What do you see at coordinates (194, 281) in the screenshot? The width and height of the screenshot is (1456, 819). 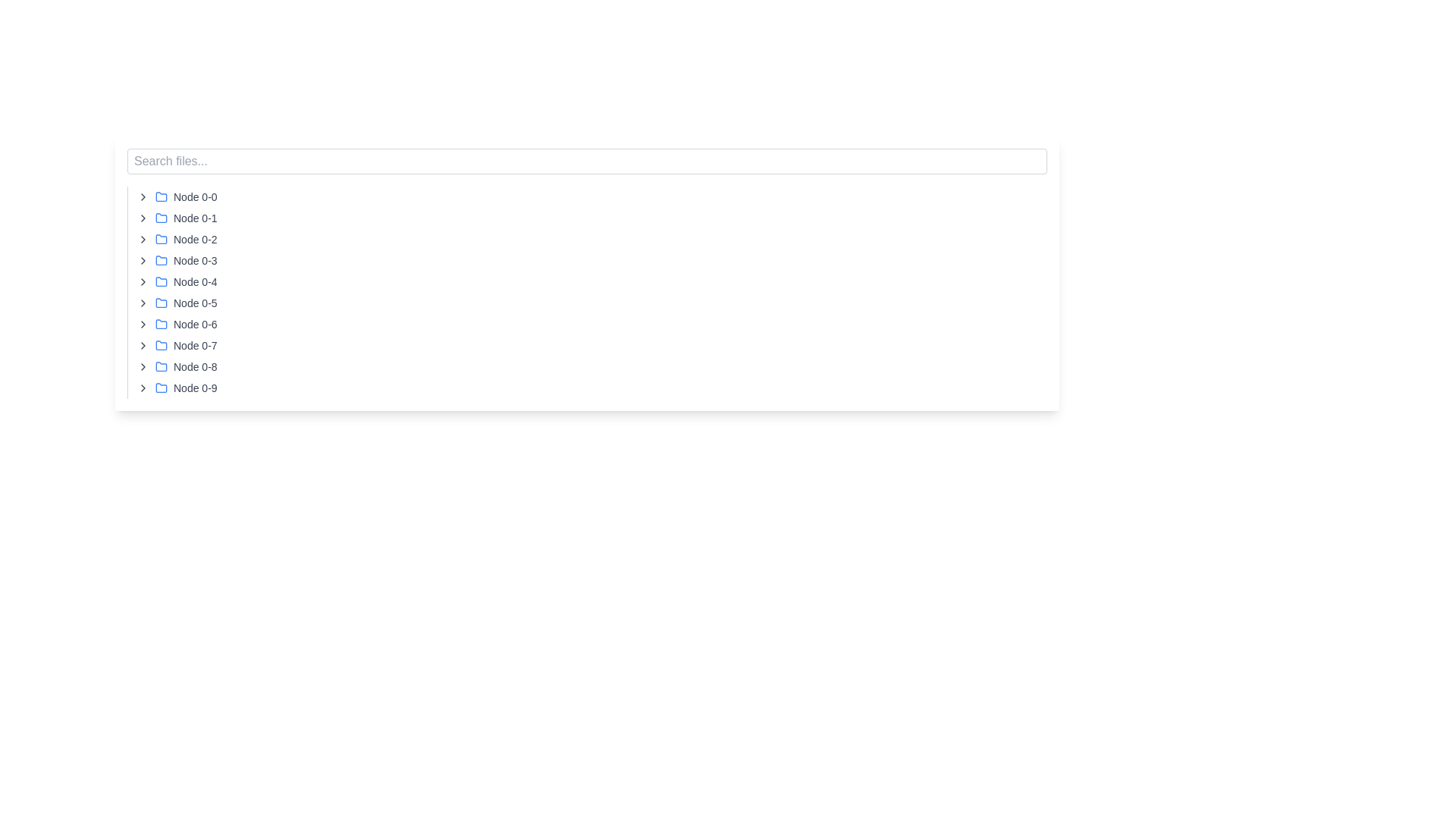 I see `the fifth text label in the vertical list` at bounding box center [194, 281].